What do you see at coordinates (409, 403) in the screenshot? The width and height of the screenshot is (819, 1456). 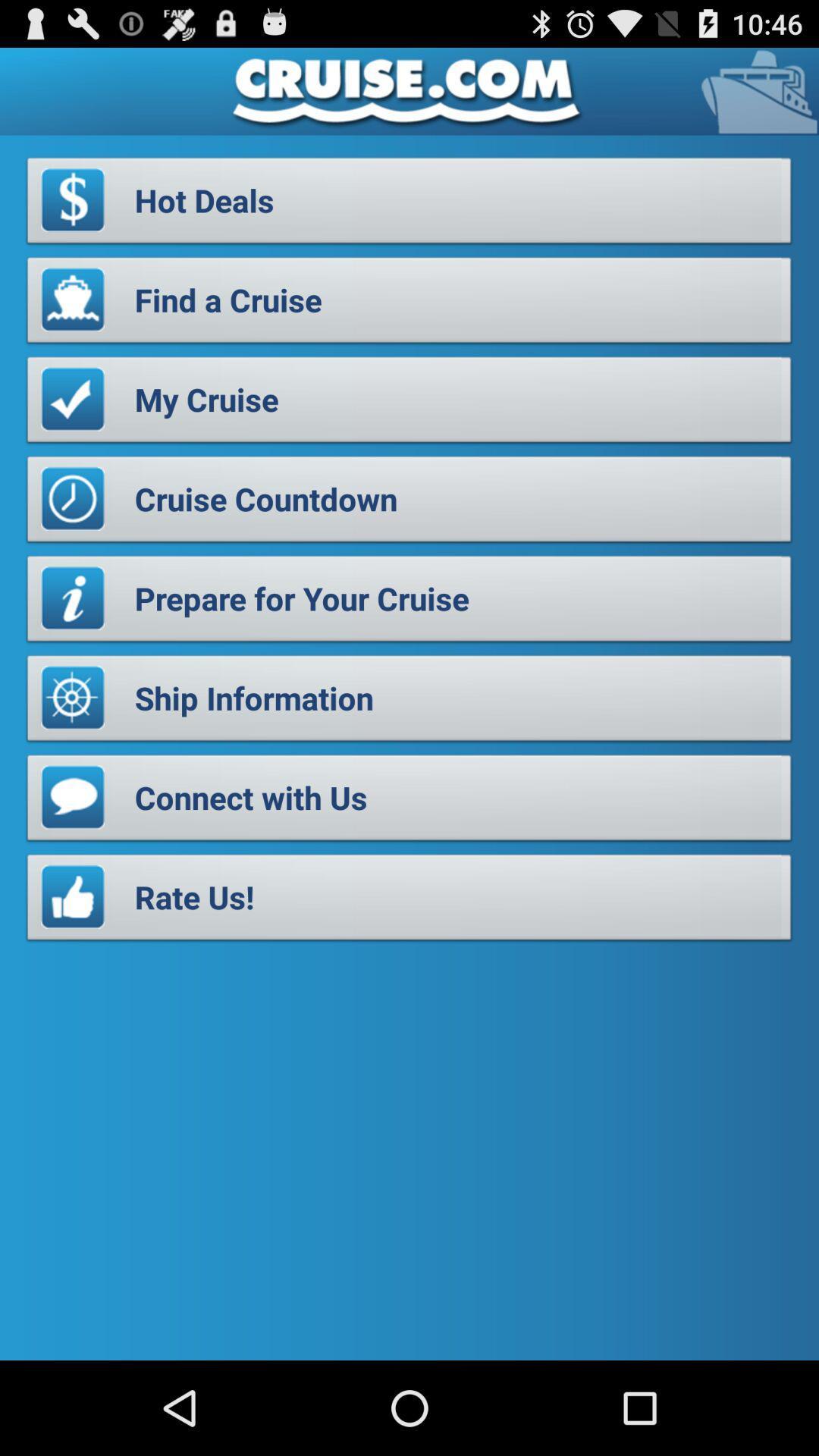 I see `my cruise button` at bounding box center [409, 403].